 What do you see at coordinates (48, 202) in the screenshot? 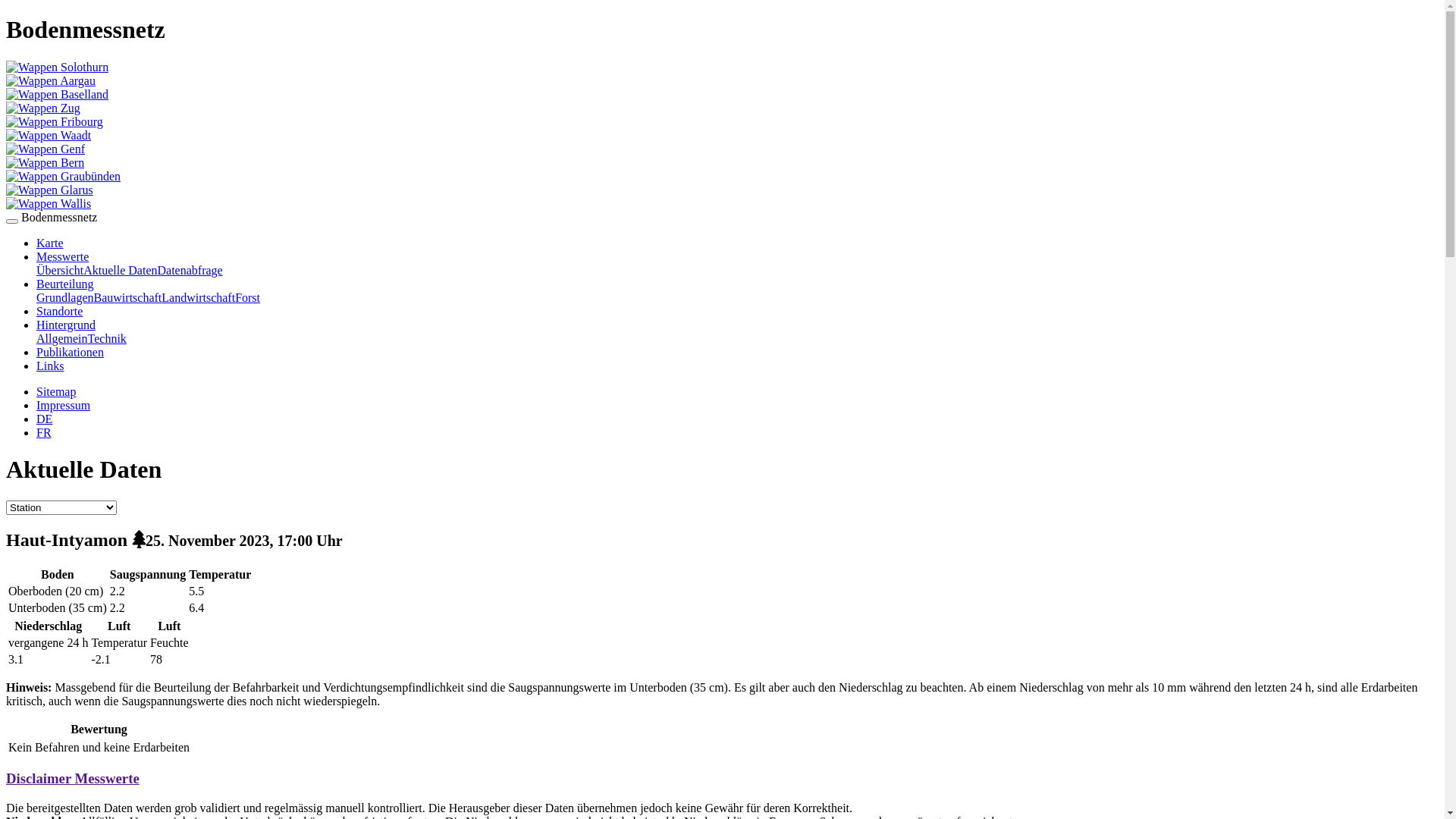
I see `'Kanton Wallis'` at bounding box center [48, 202].